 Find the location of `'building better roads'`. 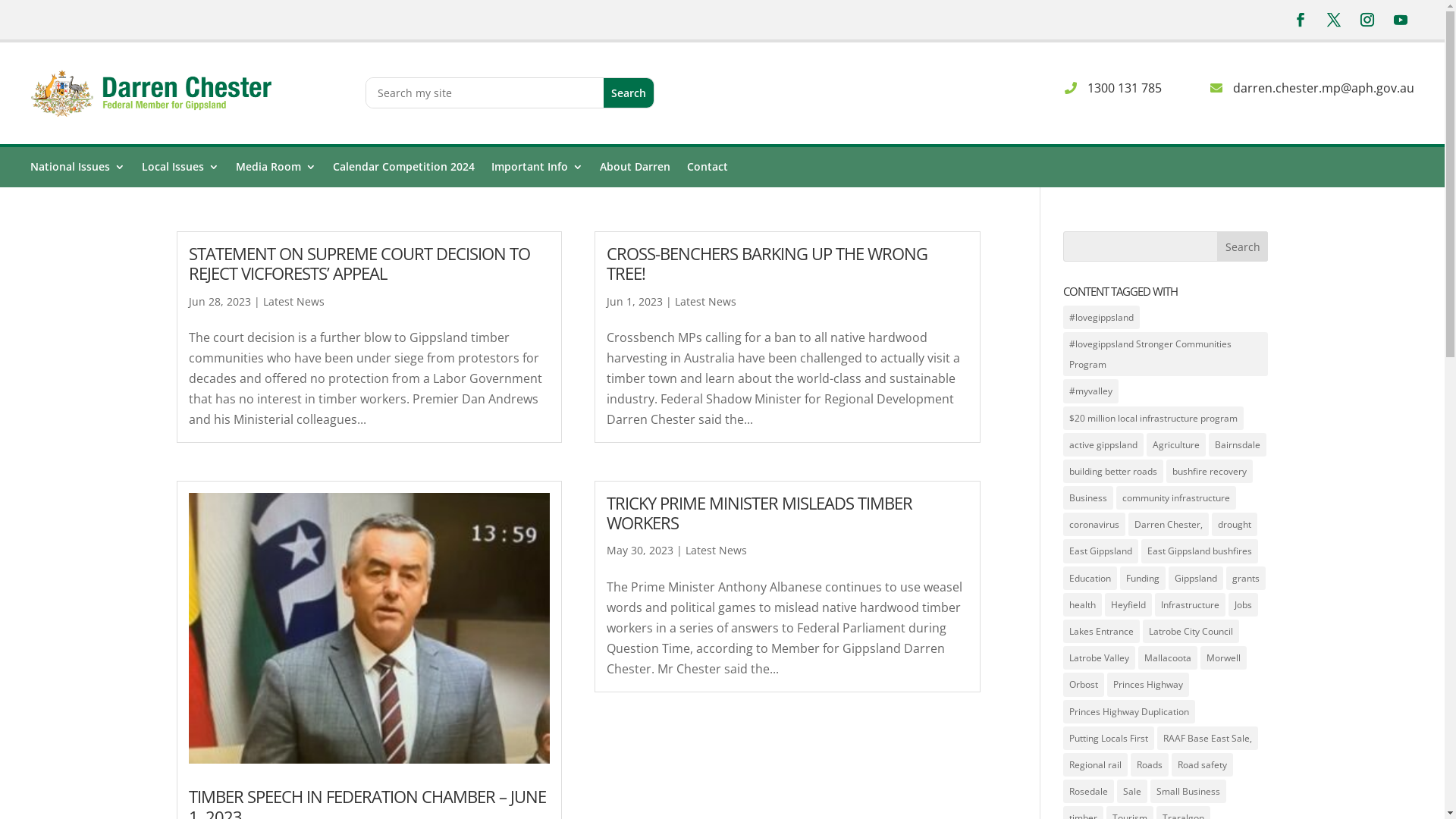

'building better roads' is located at coordinates (1113, 470).